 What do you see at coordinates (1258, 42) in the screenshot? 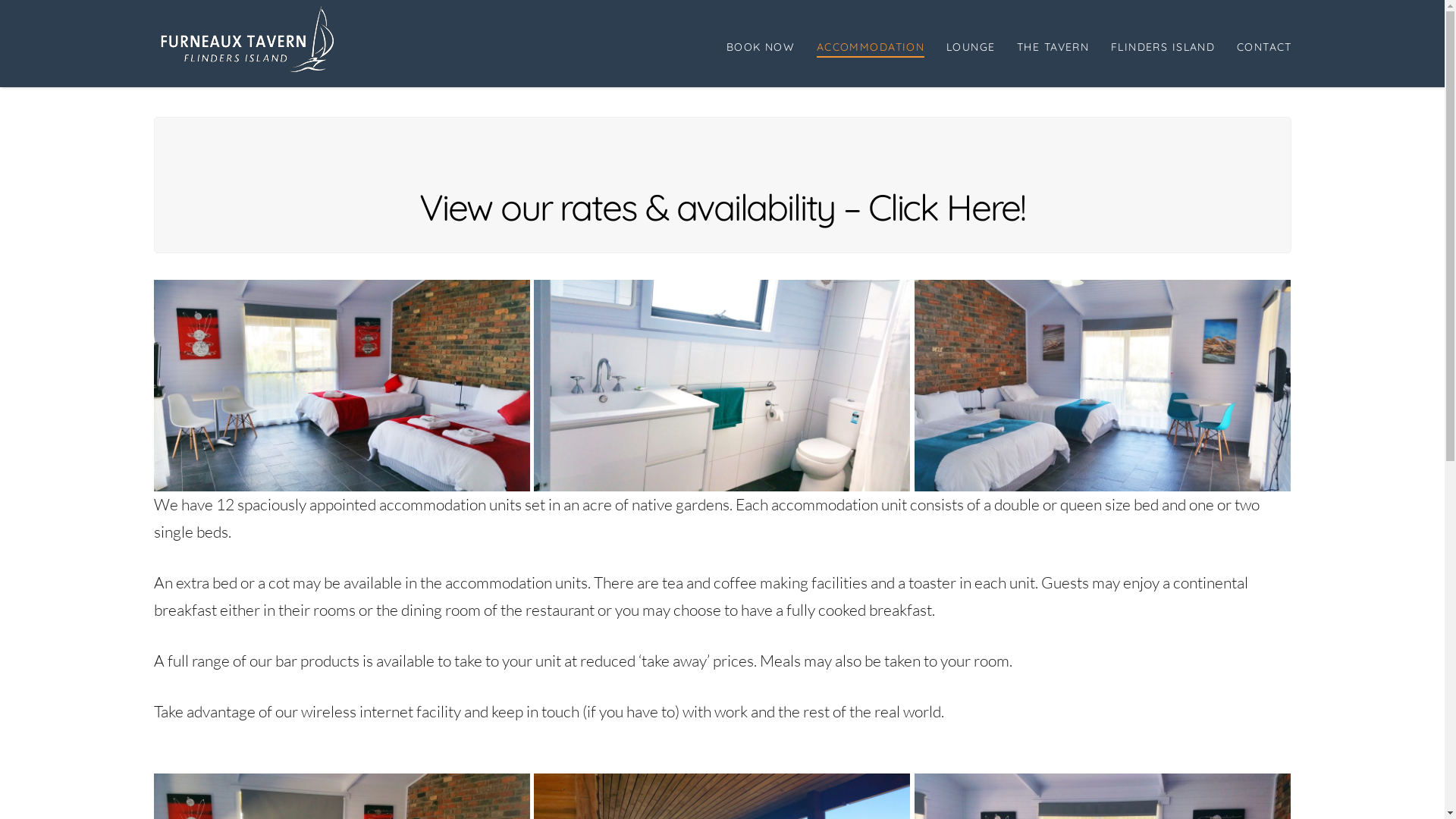
I see `'CONTACT'` at bounding box center [1258, 42].